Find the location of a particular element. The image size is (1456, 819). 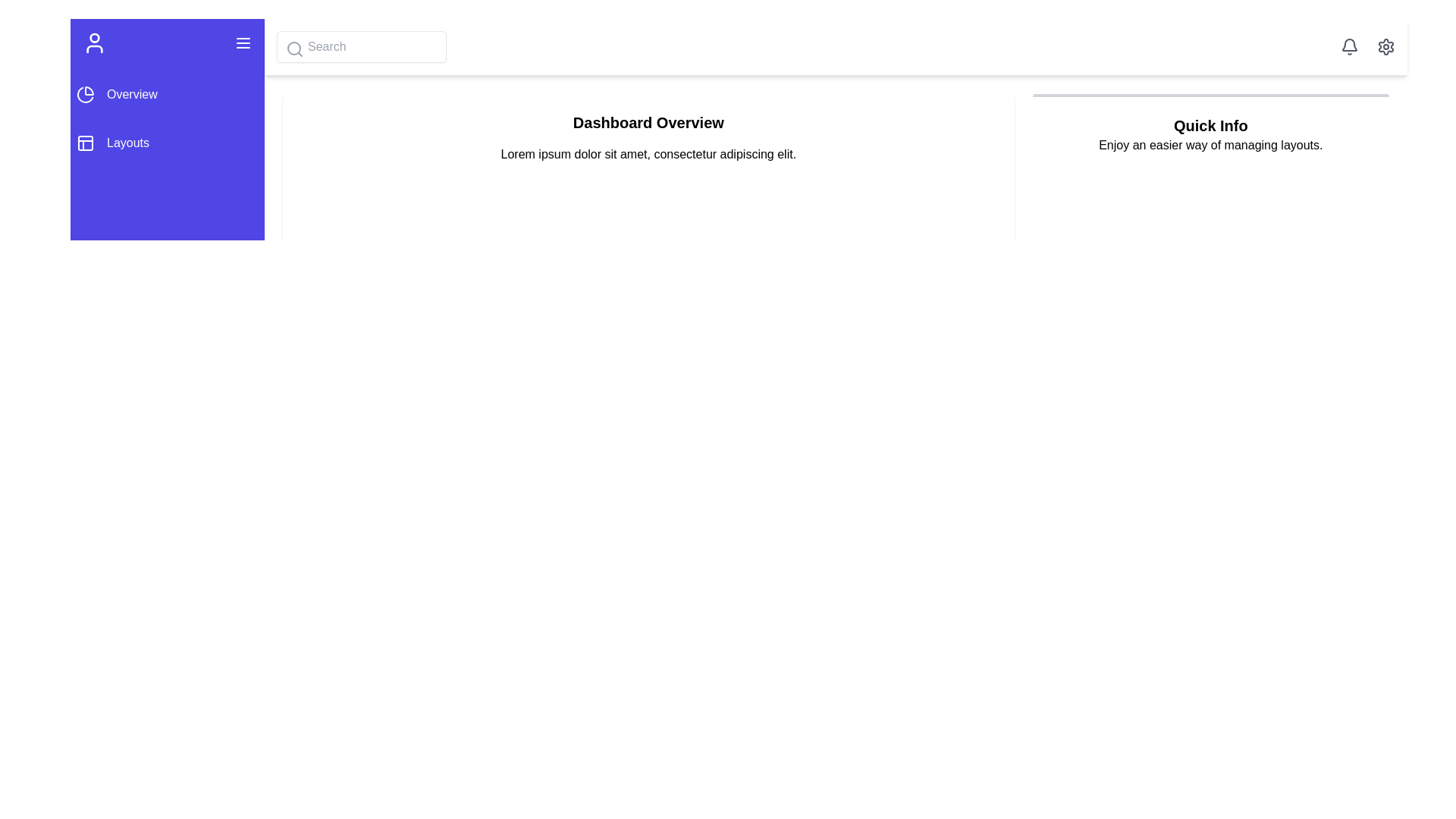

the magnifying glass search icon, which is positioned towards the left edge of the search input field at the top-left section of the interface is located at coordinates (294, 49).